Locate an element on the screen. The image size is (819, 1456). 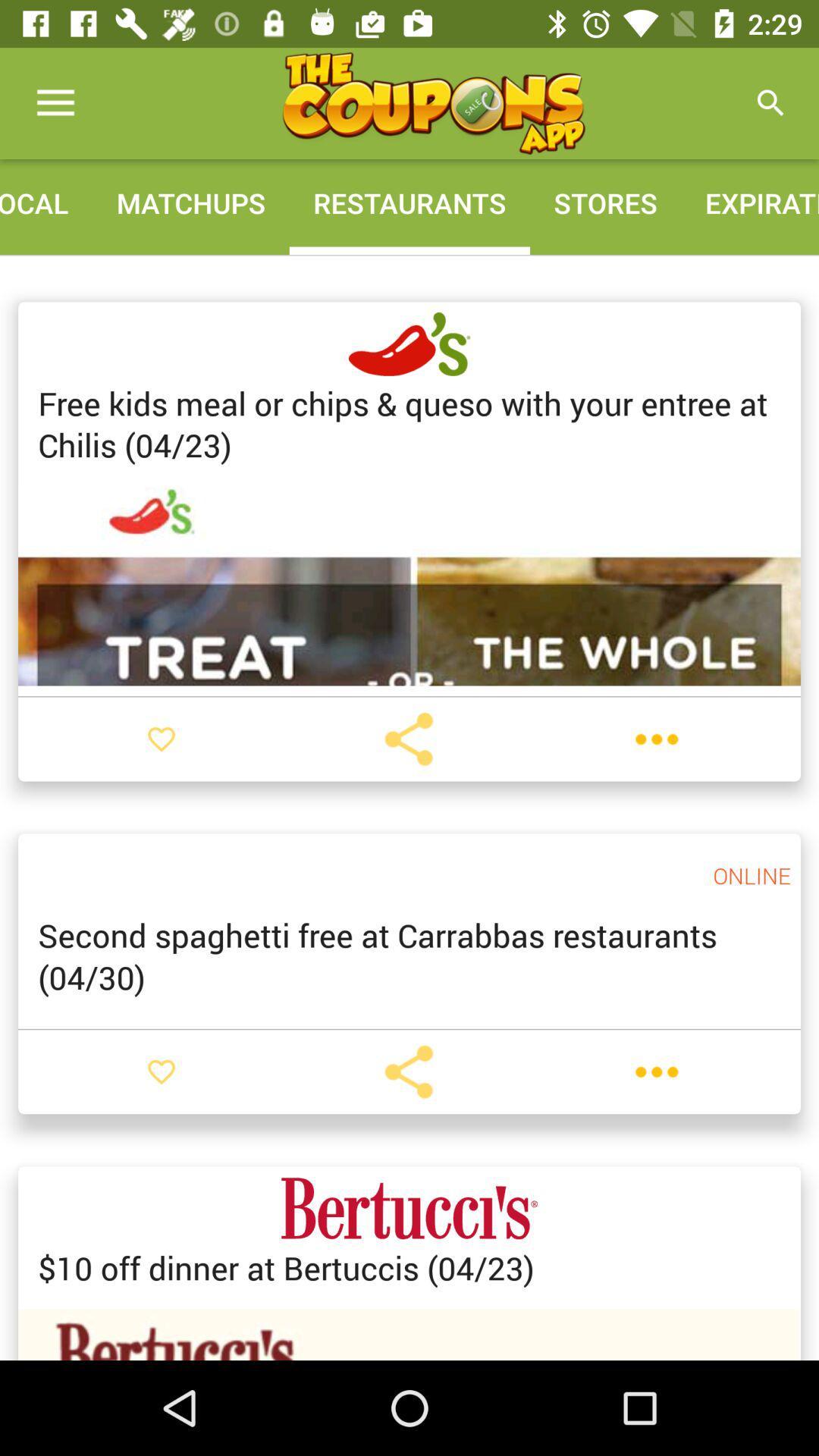
switch is located at coordinates (161, 739).